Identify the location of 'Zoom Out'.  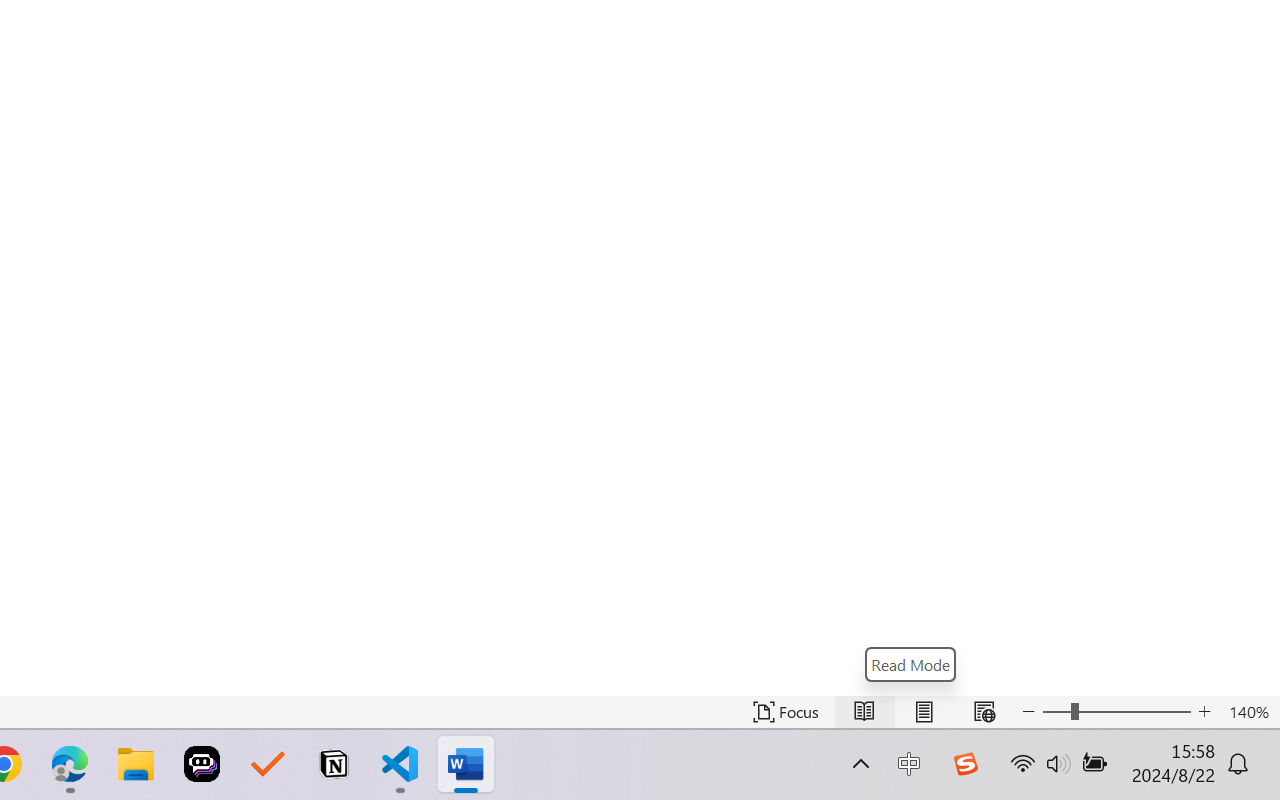
(1055, 711).